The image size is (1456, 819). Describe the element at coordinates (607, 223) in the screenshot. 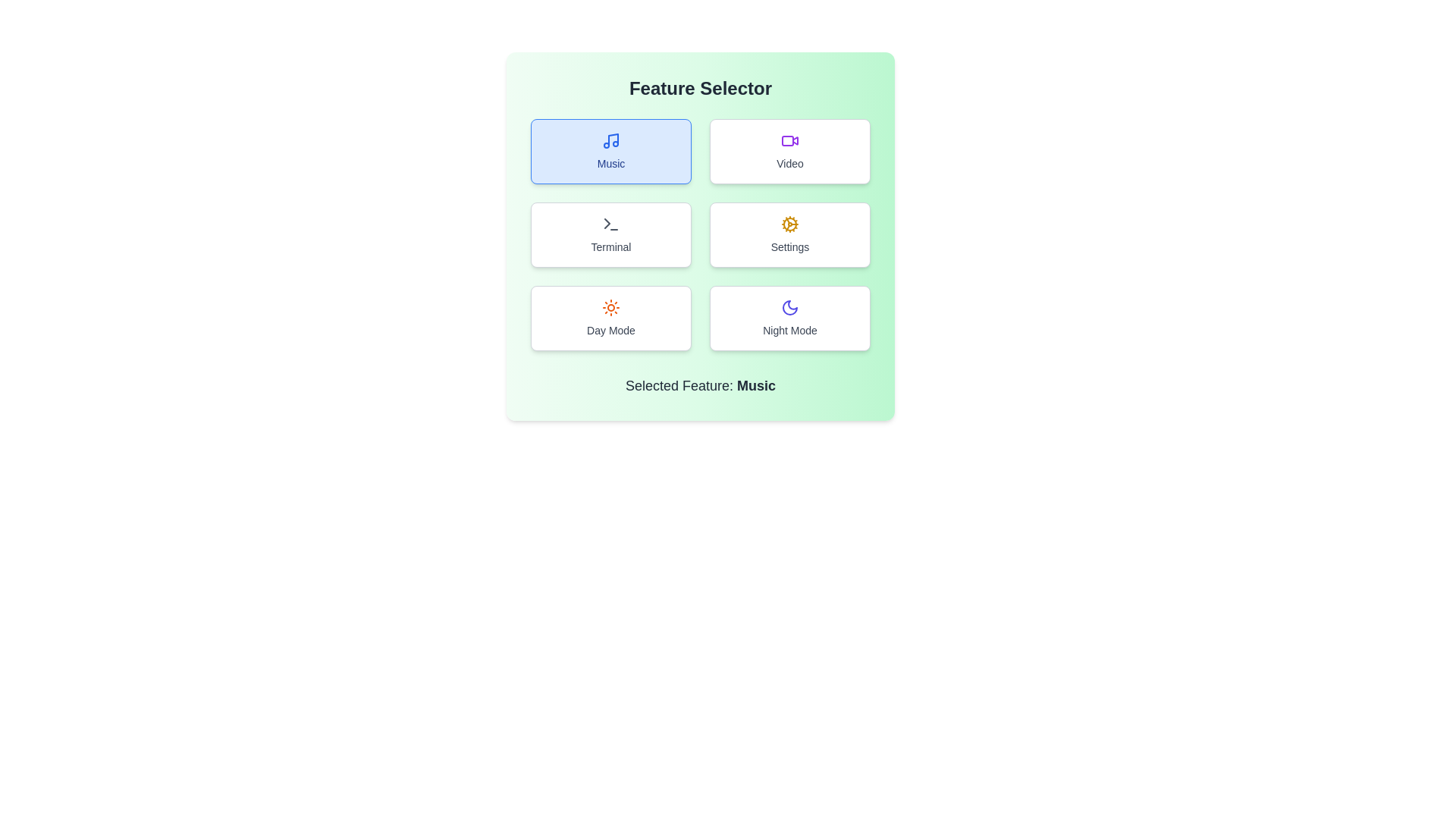

I see `the 'Terminal' button which contains the right-pointing arrow SVG polygon shape` at that location.